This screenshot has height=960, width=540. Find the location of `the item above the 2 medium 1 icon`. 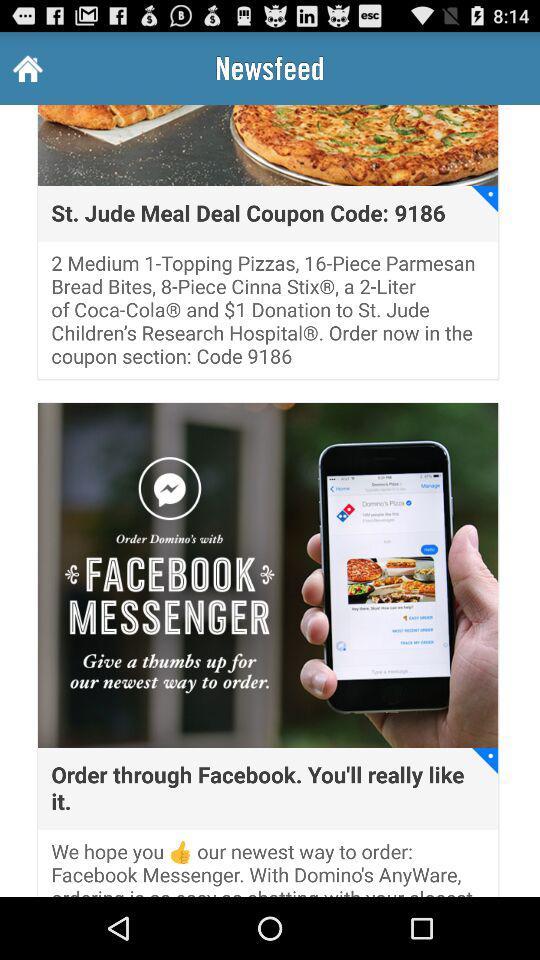

the item above the 2 medium 1 icon is located at coordinates (248, 213).